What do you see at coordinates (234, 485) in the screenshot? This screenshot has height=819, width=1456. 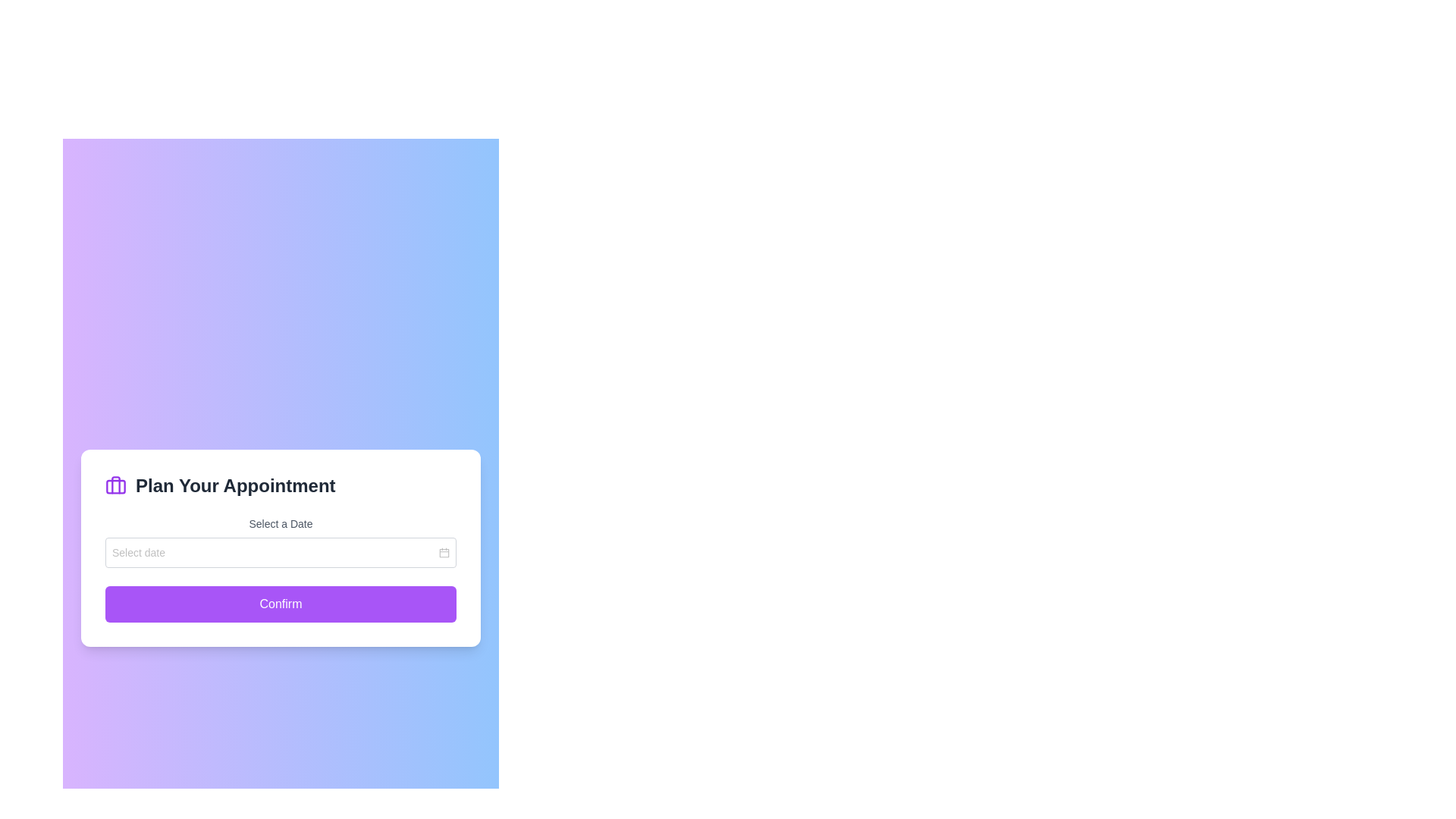 I see `the title or heading text for the appointment scheduling section, which is located near the top-center of a white box, next to a purple briefcase icon` at bounding box center [234, 485].